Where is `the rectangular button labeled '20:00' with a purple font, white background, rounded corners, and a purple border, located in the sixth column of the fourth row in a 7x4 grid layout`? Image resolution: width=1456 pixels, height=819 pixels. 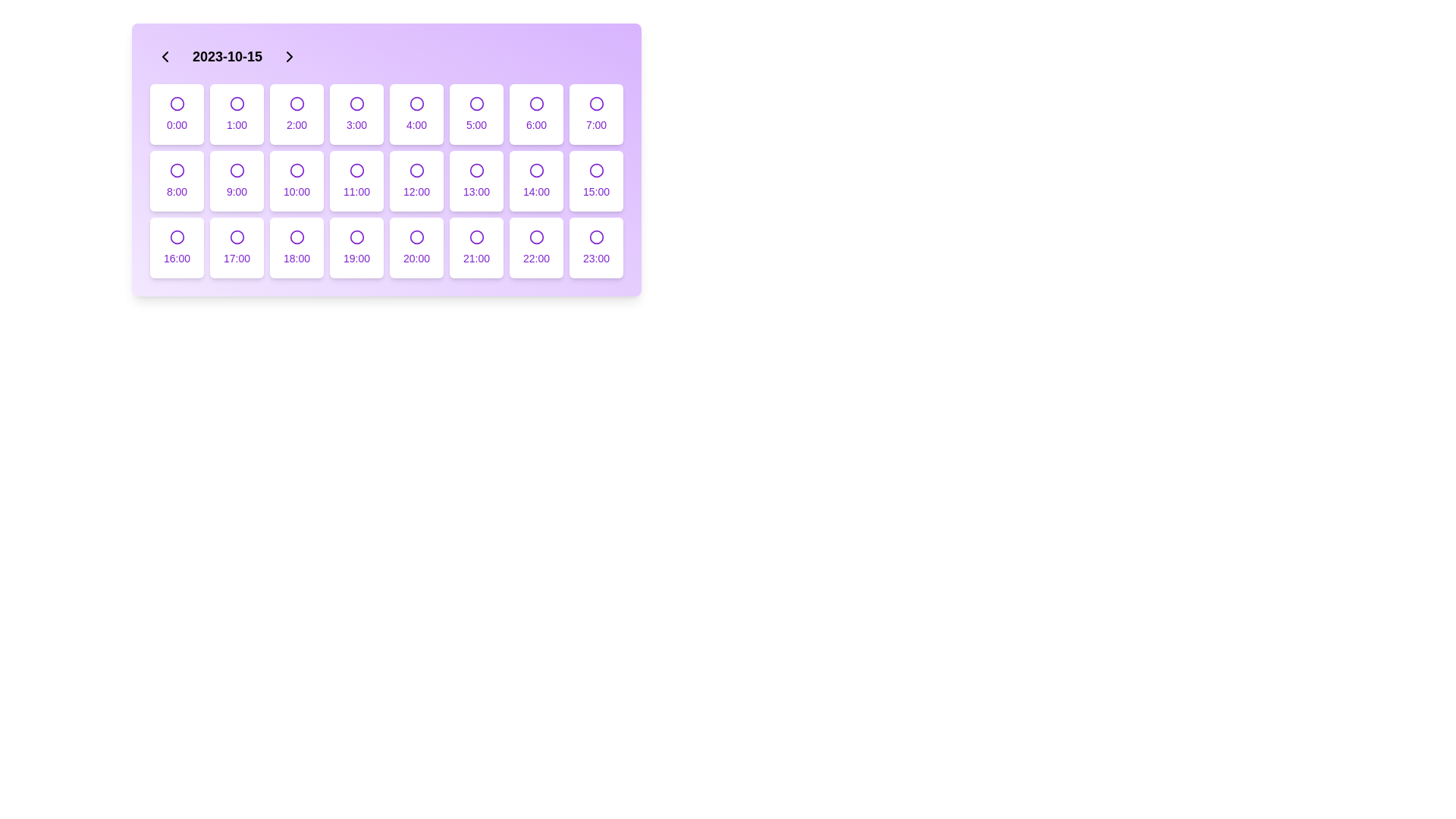 the rectangular button labeled '20:00' with a purple font, white background, rounded corners, and a purple border, located in the sixth column of the fourth row in a 7x4 grid layout is located at coordinates (416, 247).